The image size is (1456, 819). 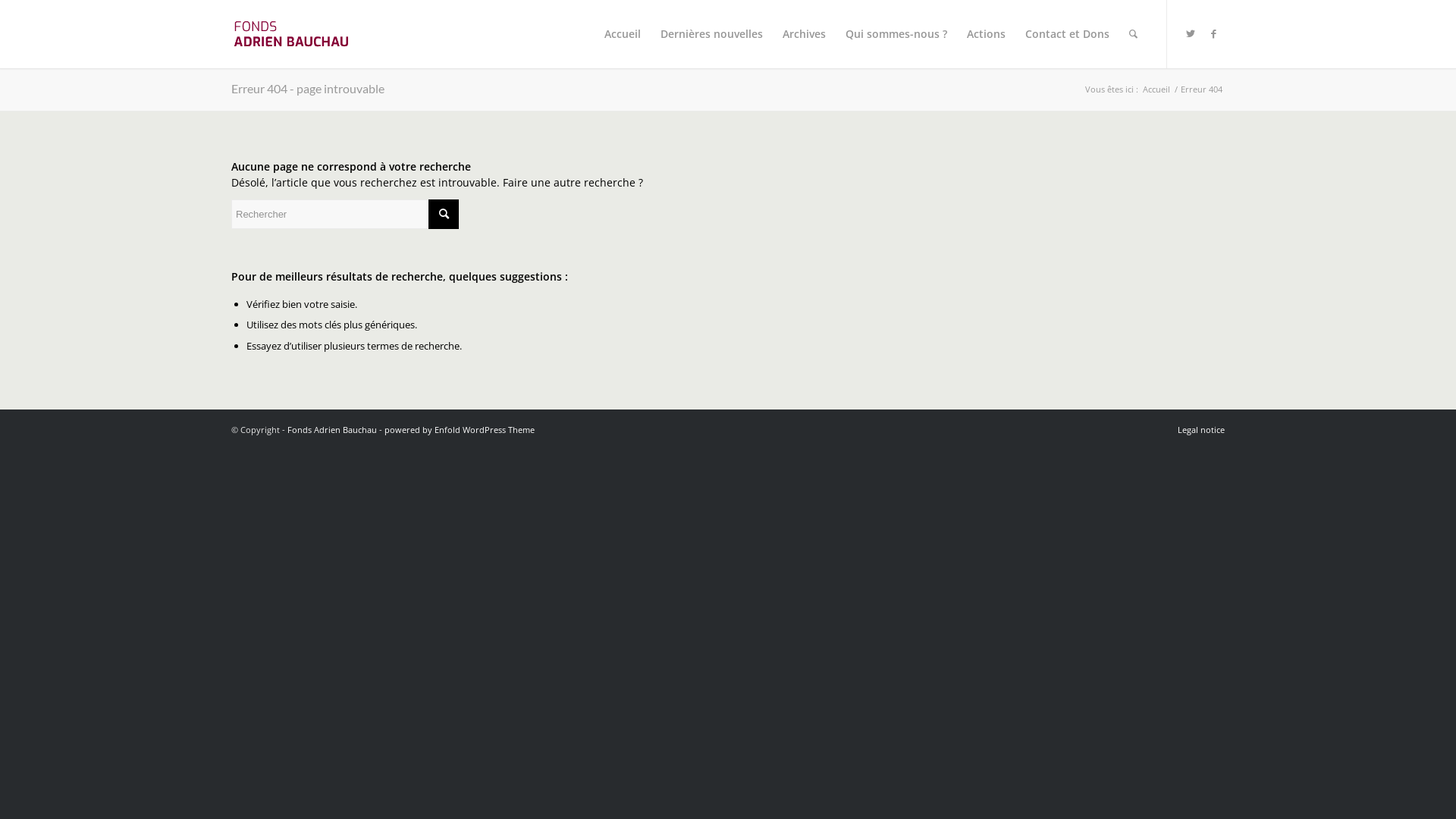 I want to click on 'Legal notice', so click(x=1200, y=429).